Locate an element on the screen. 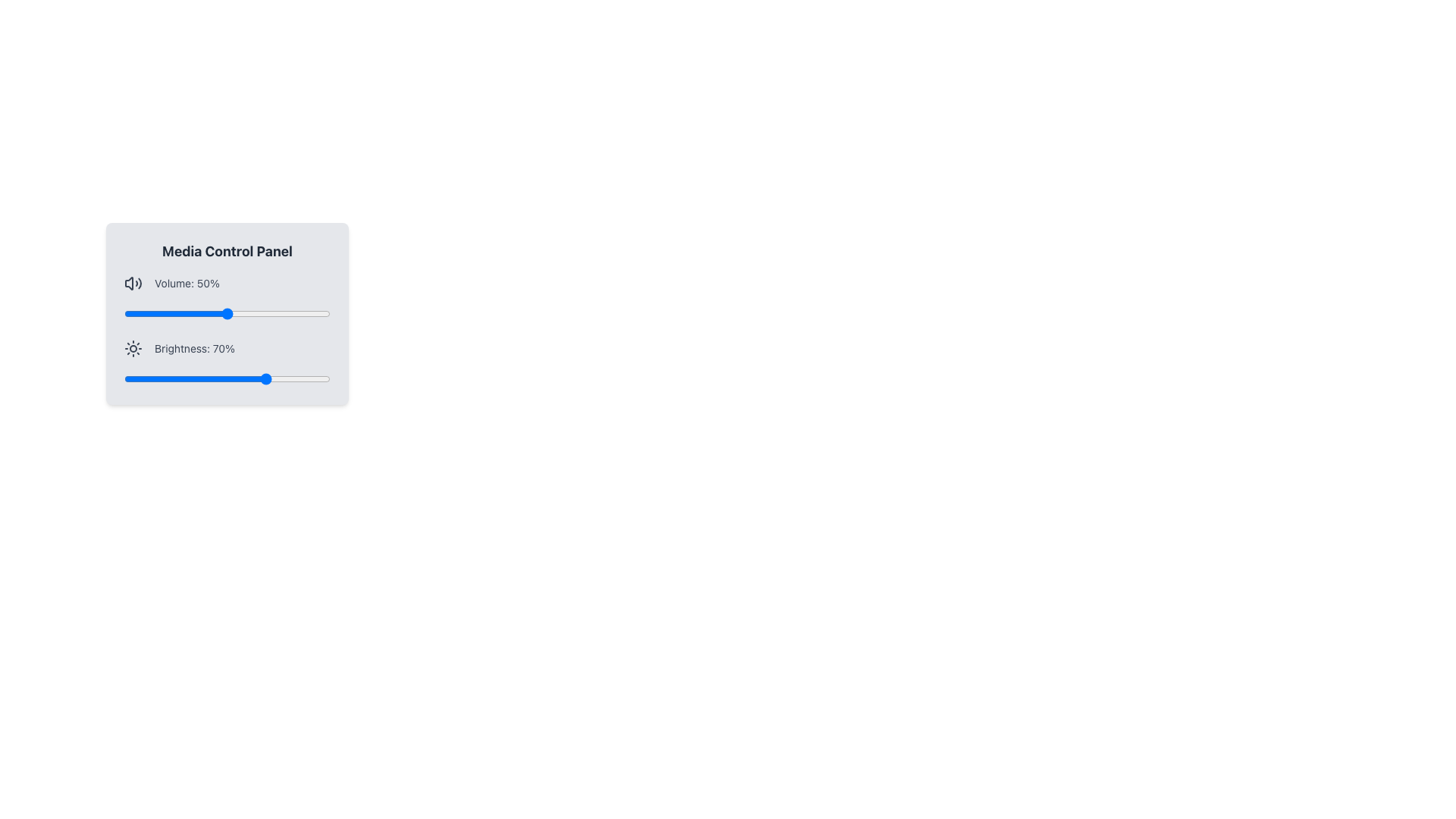 The height and width of the screenshot is (819, 1456). the text label displaying 'Brightness: 70%' which is styled in gray and positioned below the sun icon, indicating its relevance to brightness control is located at coordinates (193, 348).